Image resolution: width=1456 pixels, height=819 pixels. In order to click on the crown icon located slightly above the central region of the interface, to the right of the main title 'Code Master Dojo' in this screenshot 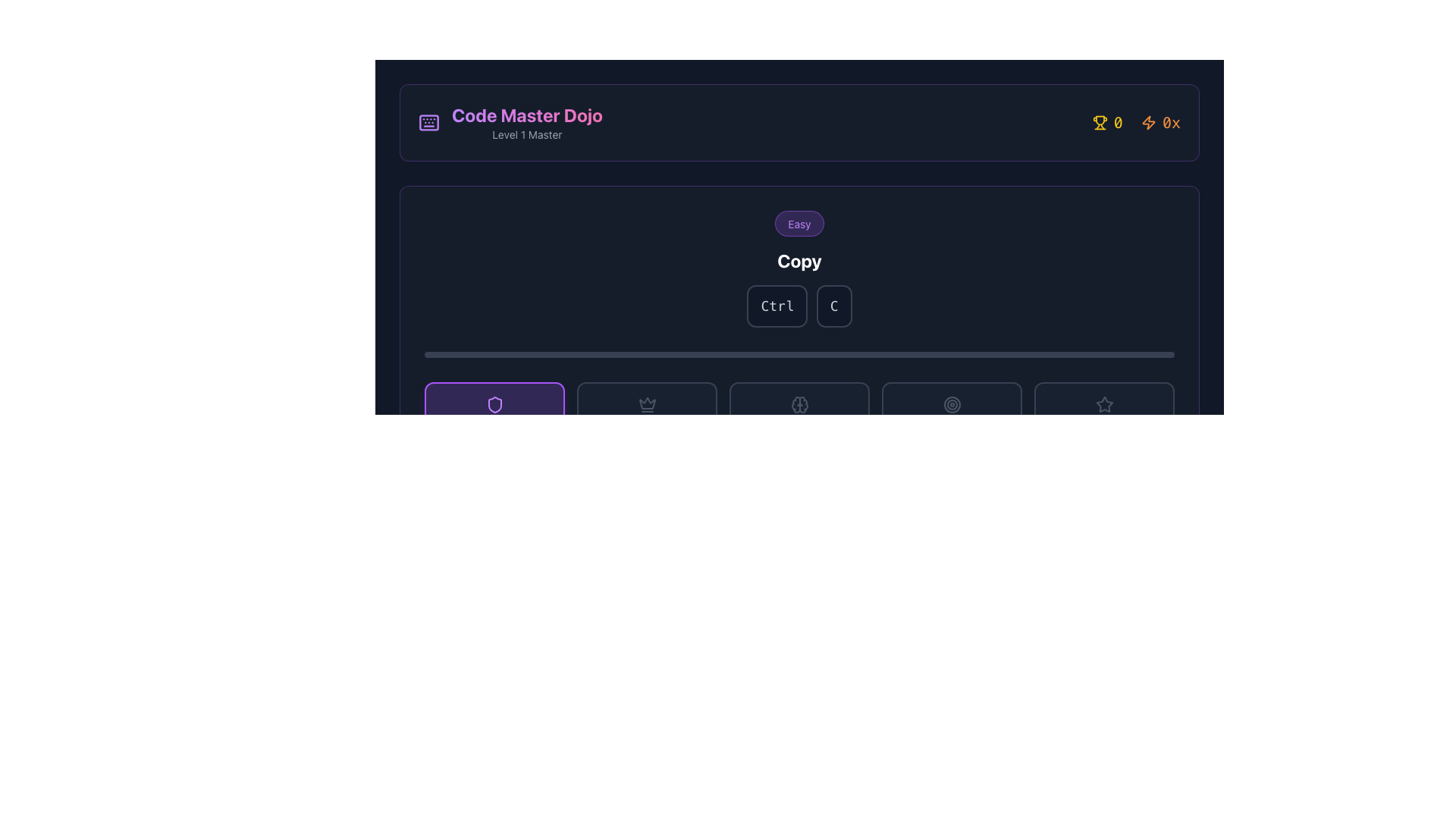, I will do `click(647, 403)`.